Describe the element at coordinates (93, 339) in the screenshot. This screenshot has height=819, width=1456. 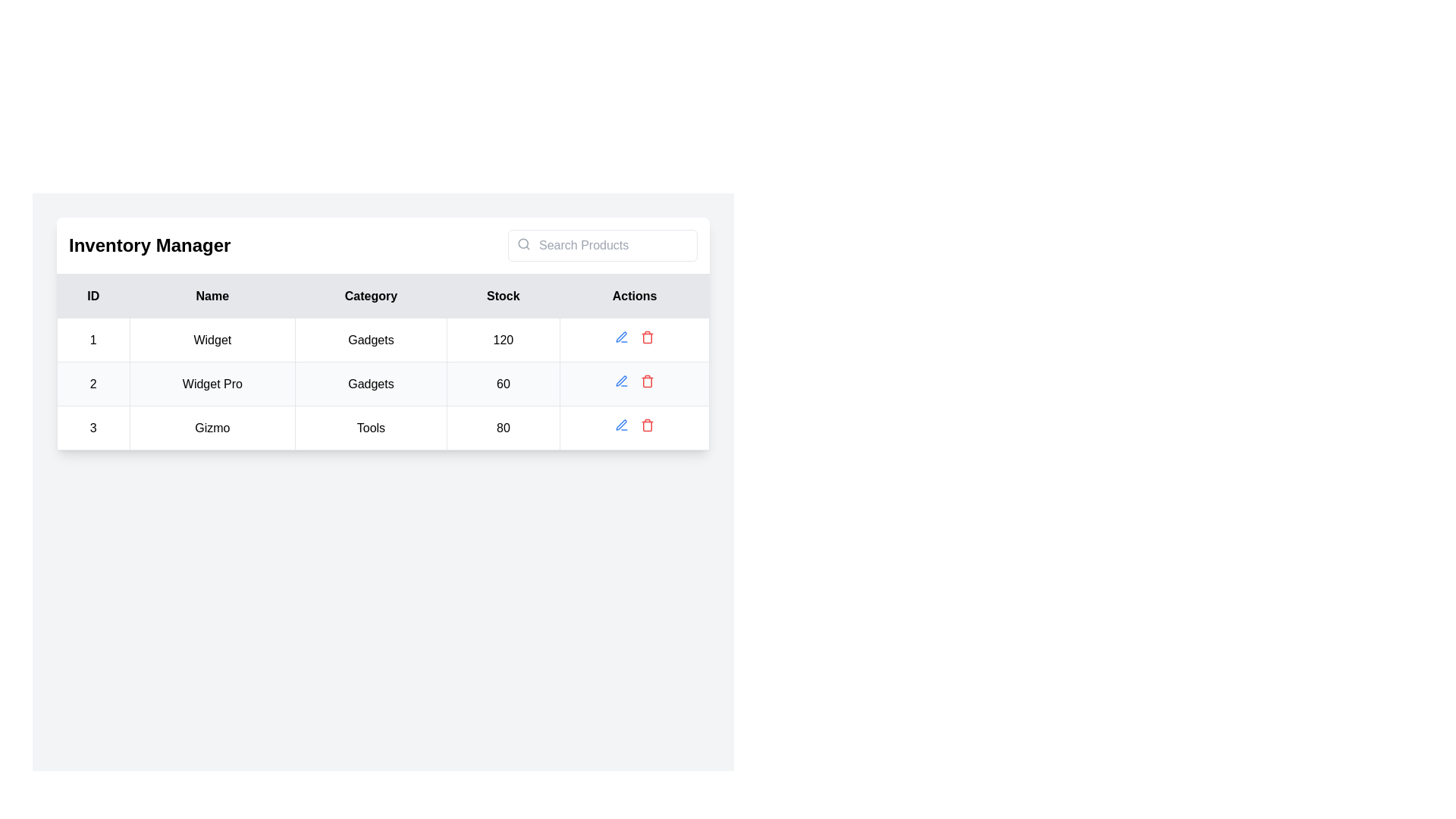
I see `the text-based identifier located in the first column of the first row under the 'ID' heading` at that location.